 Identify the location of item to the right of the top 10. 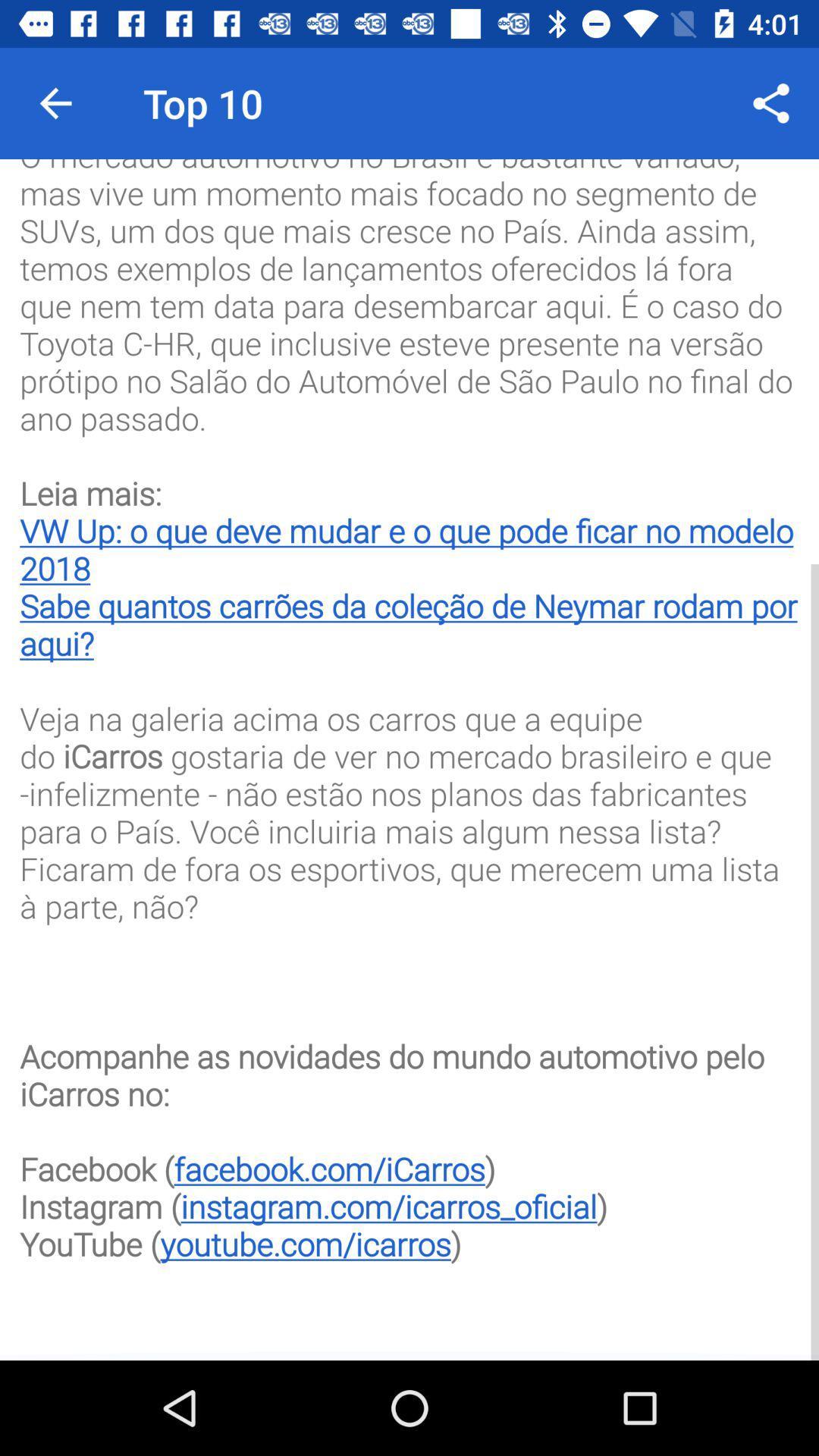
(771, 102).